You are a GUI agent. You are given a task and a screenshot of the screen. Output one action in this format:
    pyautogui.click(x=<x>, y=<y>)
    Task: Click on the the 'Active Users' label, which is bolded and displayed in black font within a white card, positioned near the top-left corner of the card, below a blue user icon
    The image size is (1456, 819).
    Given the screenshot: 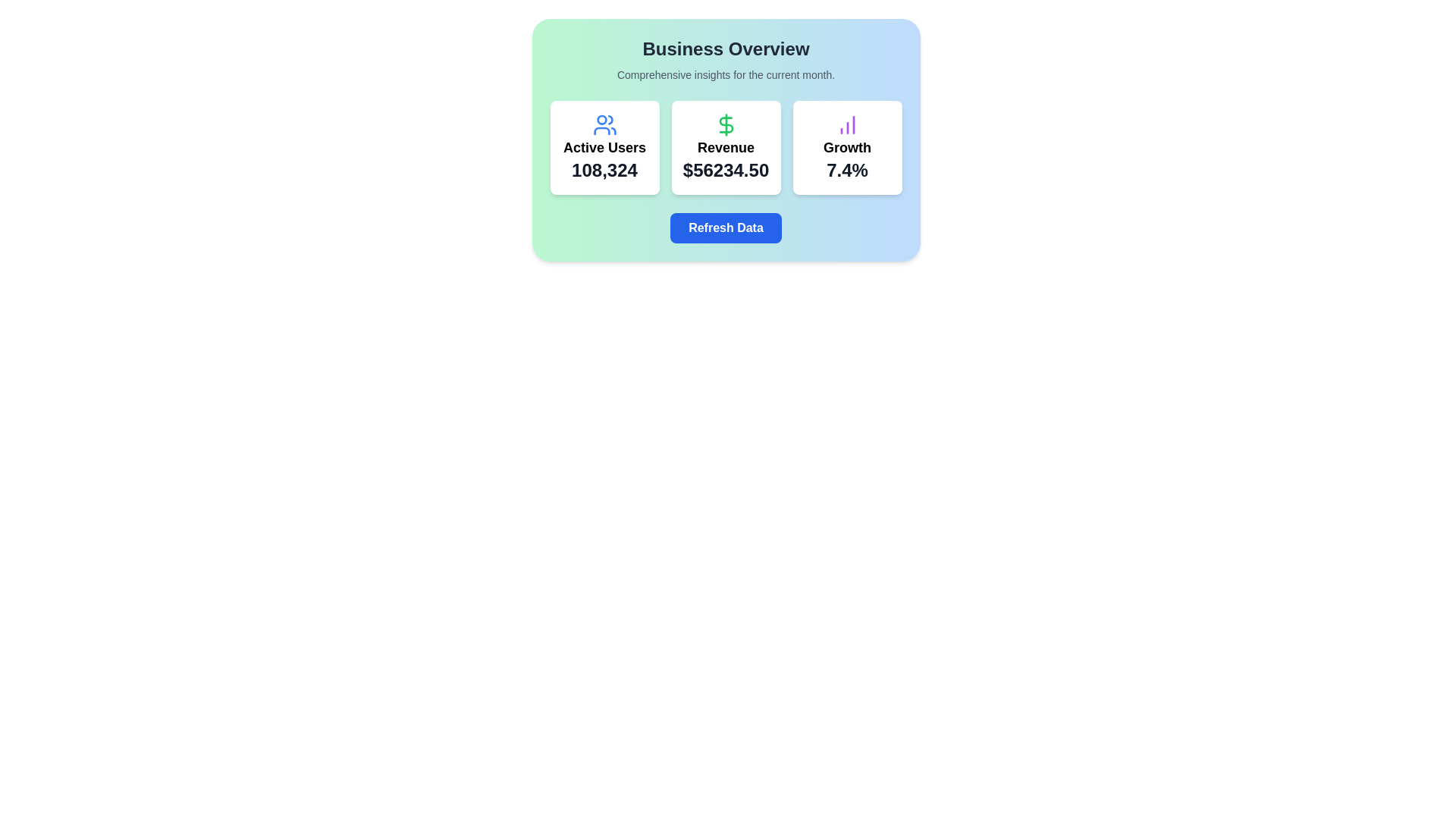 What is the action you would take?
    pyautogui.click(x=604, y=148)
    